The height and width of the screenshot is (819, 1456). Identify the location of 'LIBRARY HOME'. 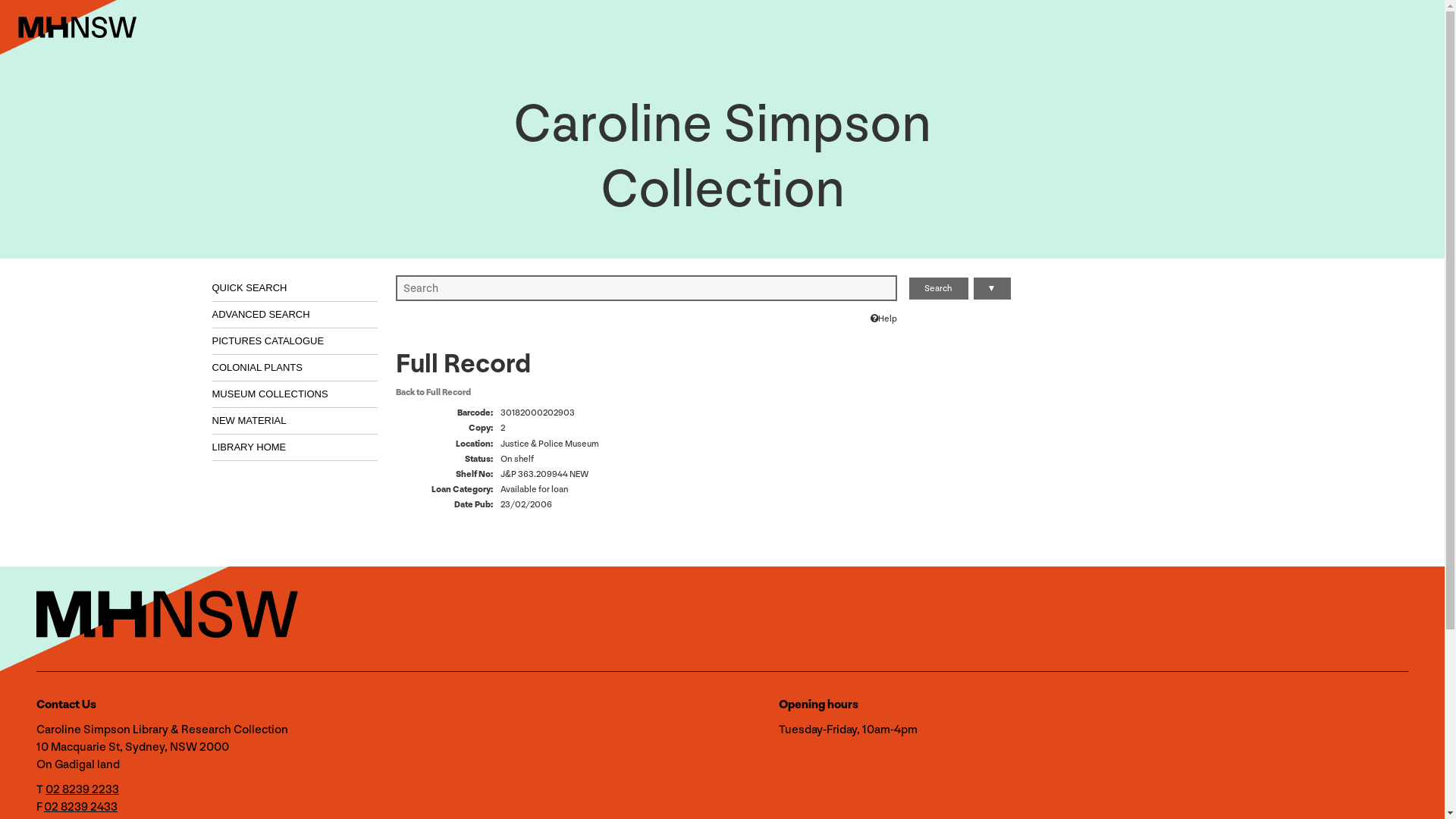
(295, 447).